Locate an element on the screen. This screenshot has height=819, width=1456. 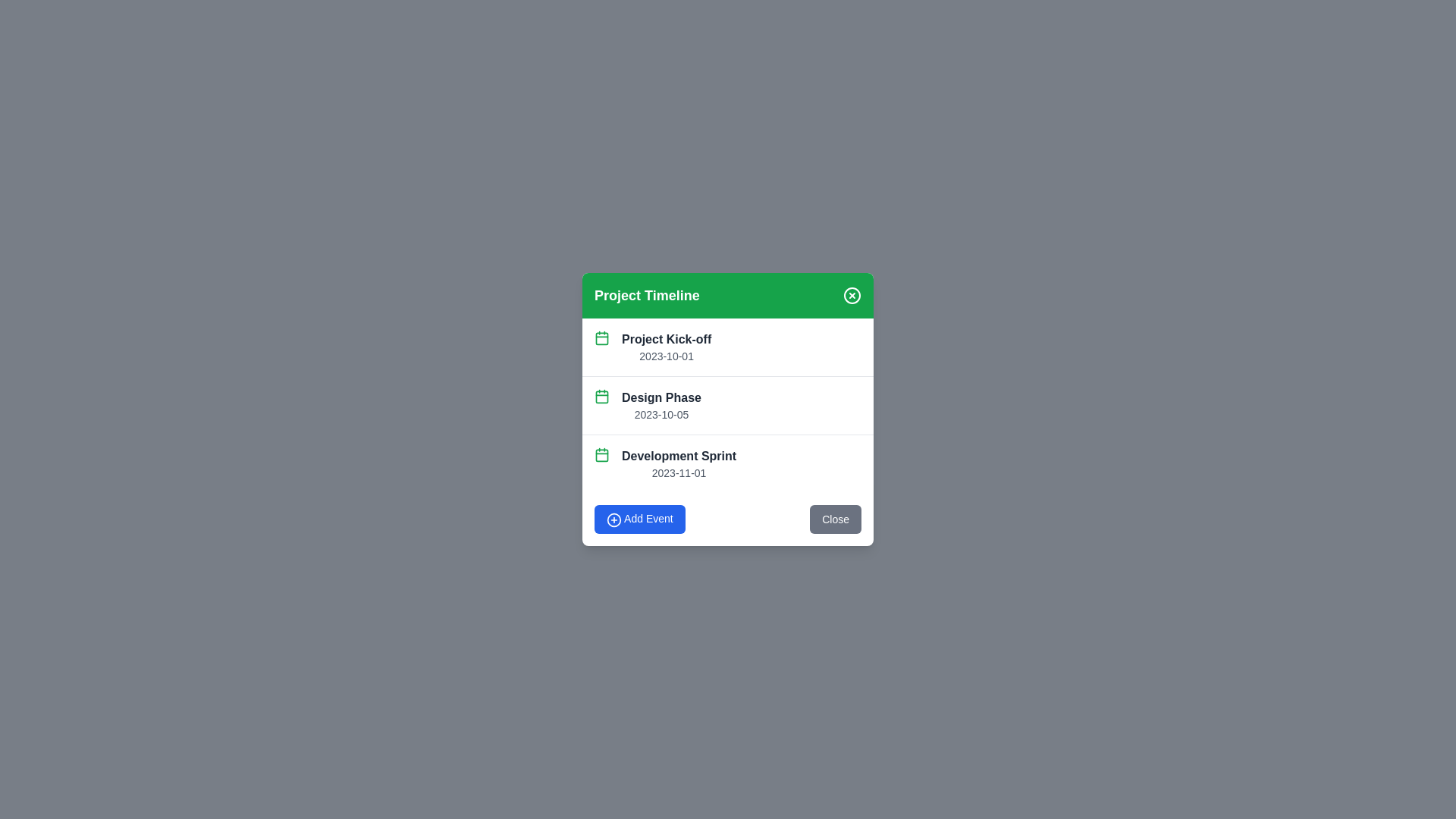
'Add Event' button to add a new event is located at coordinates (639, 518).